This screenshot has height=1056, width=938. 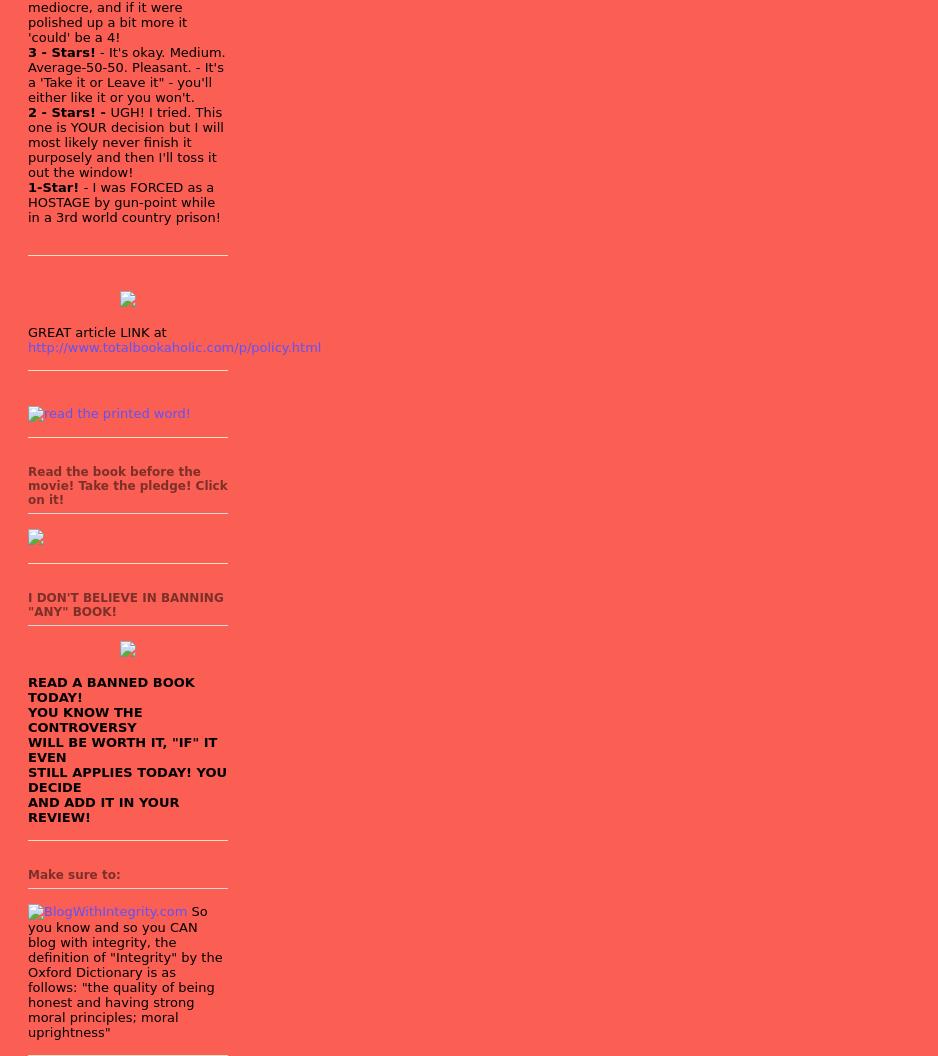 What do you see at coordinates (124, 603) in the screenshot?
I see `'I DON'T BELIEVE IN BANNING "ANY" BOOK!'` at bounding box center [124, 603].